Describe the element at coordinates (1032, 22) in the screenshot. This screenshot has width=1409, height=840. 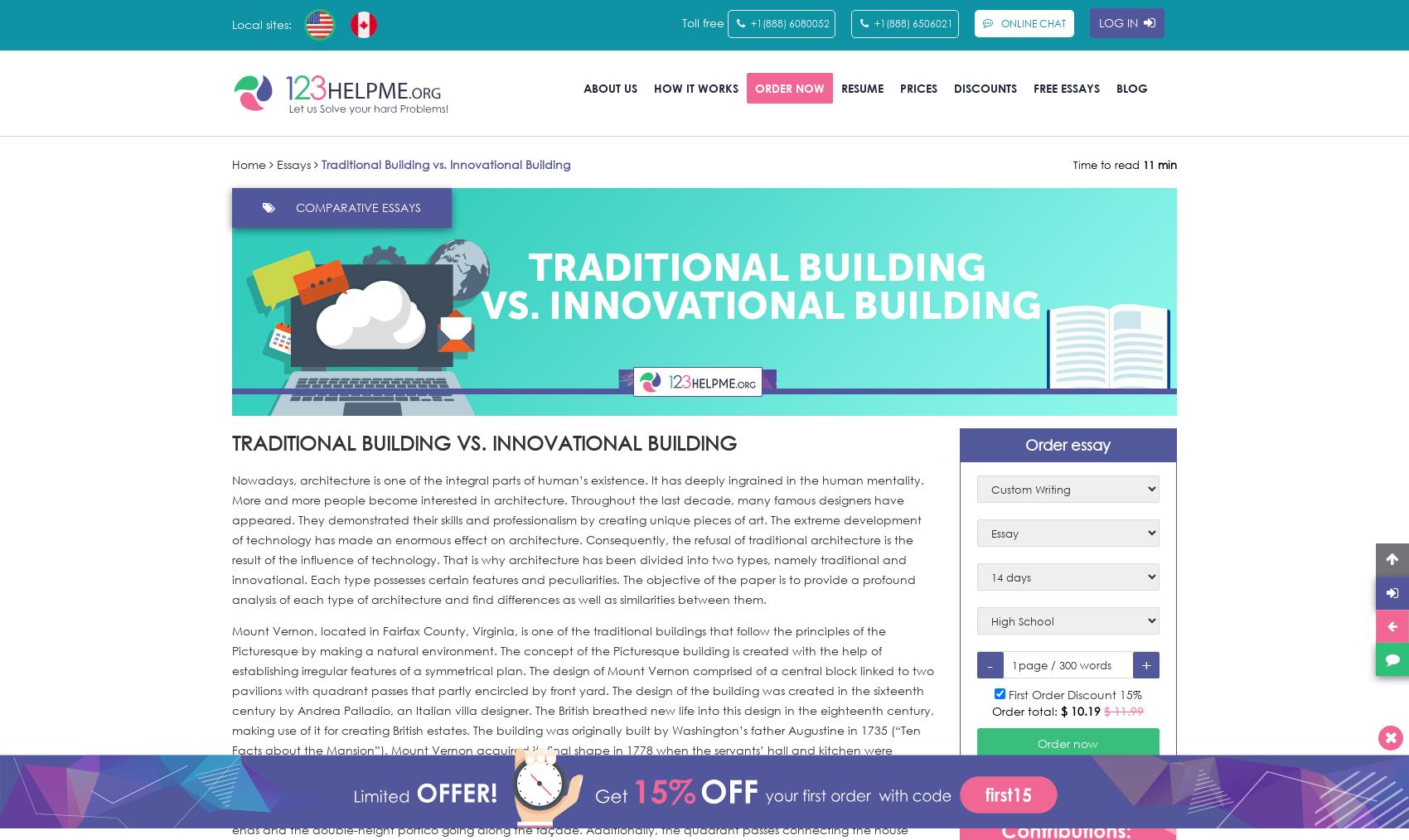
I see `'Online
                        Chat'` at that location.